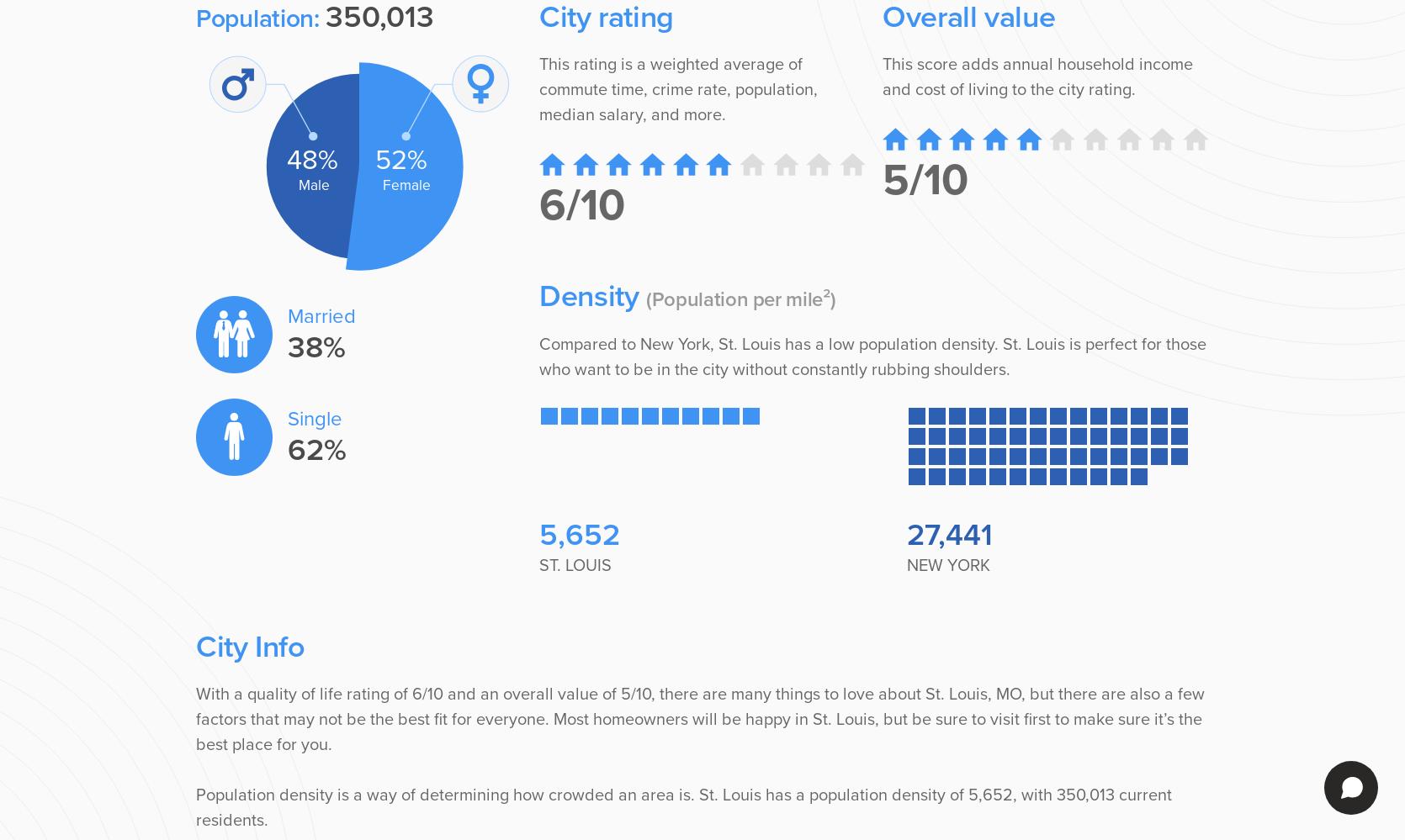 The width and height of the screenshot is (1405, 840). I want to click on '5,652', so click(580, 533).